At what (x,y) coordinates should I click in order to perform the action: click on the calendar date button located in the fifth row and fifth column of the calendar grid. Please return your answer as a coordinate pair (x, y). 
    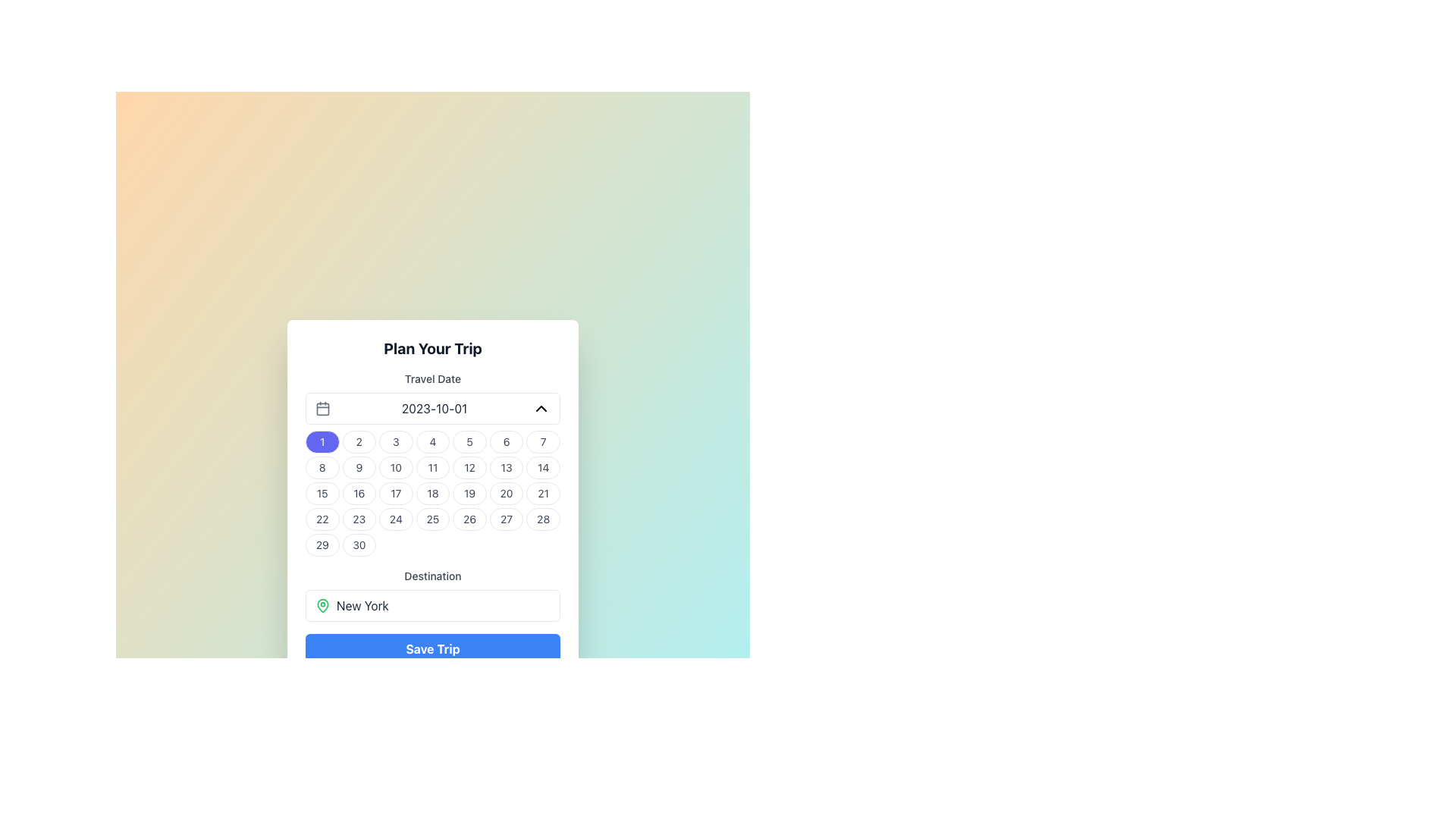
    Looking at the image, I should click on (469, 519).